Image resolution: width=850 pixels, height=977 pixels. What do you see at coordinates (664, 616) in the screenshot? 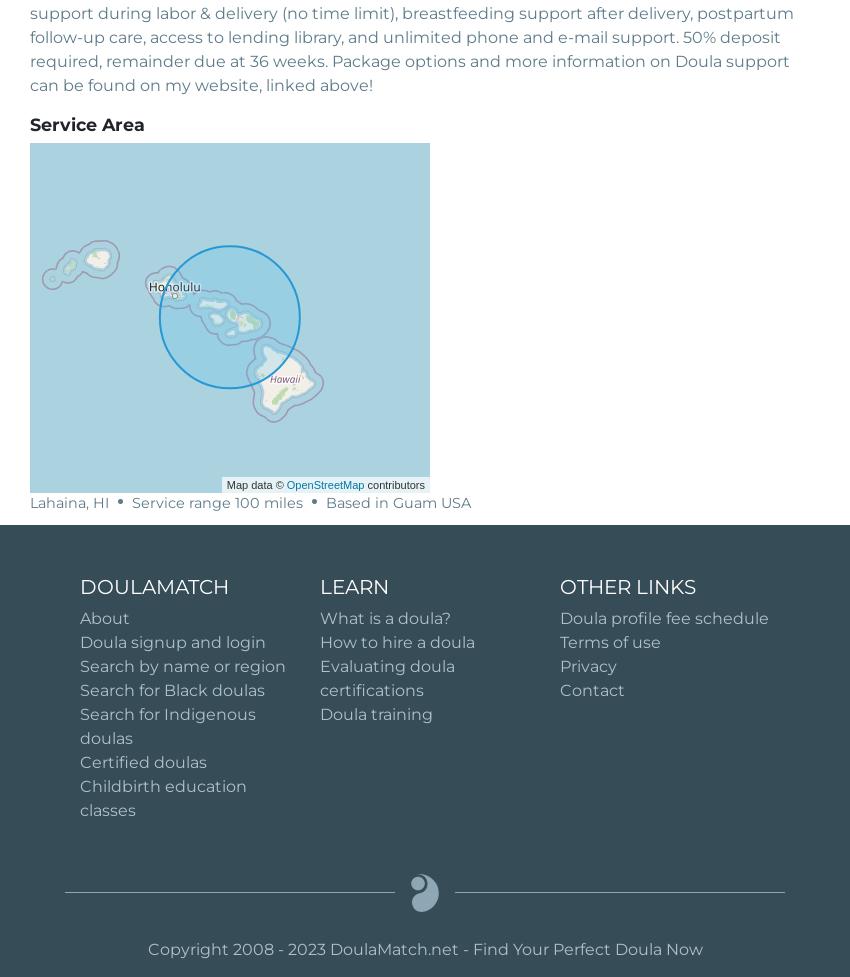
I see `'Doula profile fee schedule'` at bounding box center [664, 616].